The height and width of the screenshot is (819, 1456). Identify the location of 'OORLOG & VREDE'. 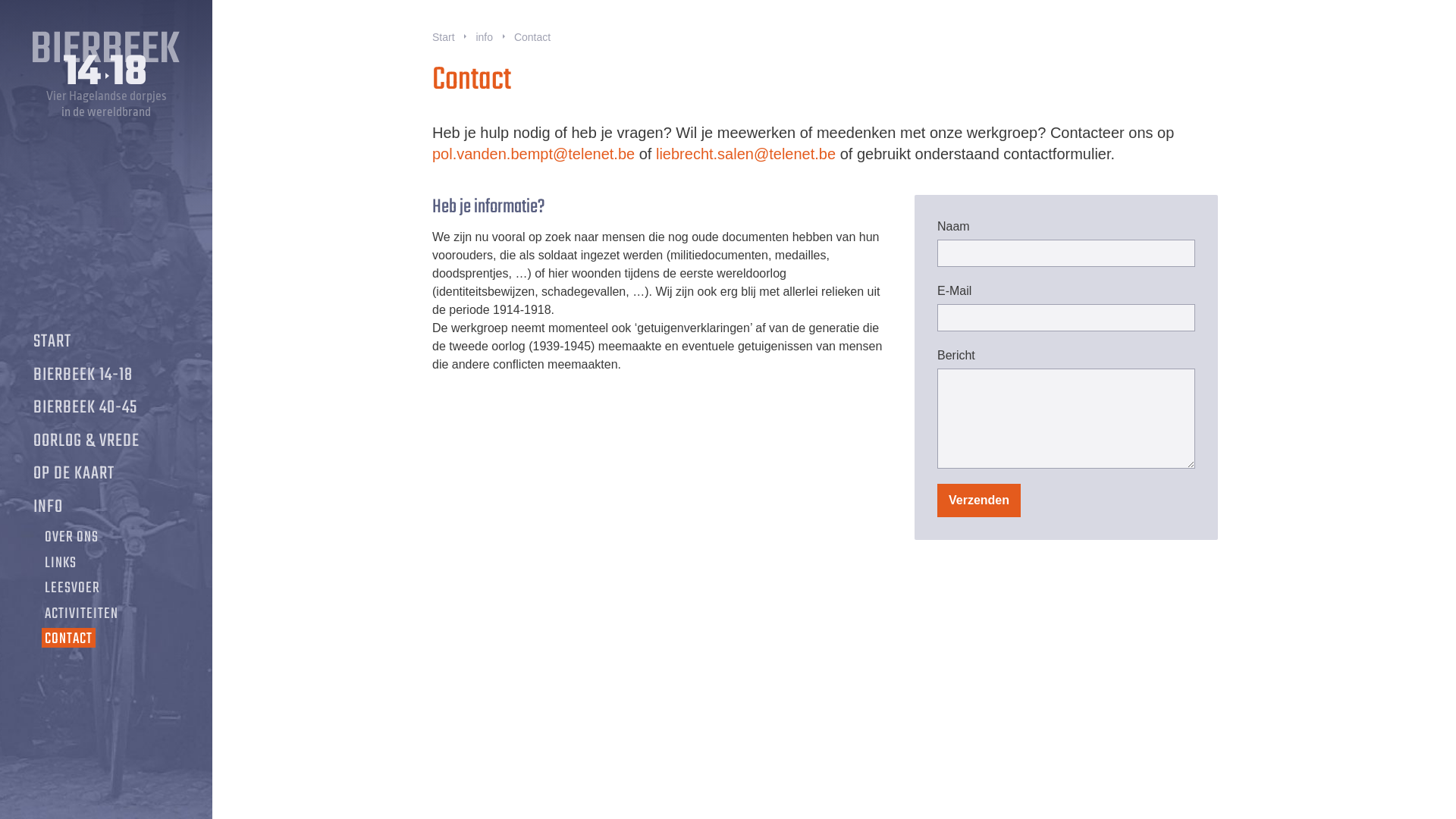
(86, 441).